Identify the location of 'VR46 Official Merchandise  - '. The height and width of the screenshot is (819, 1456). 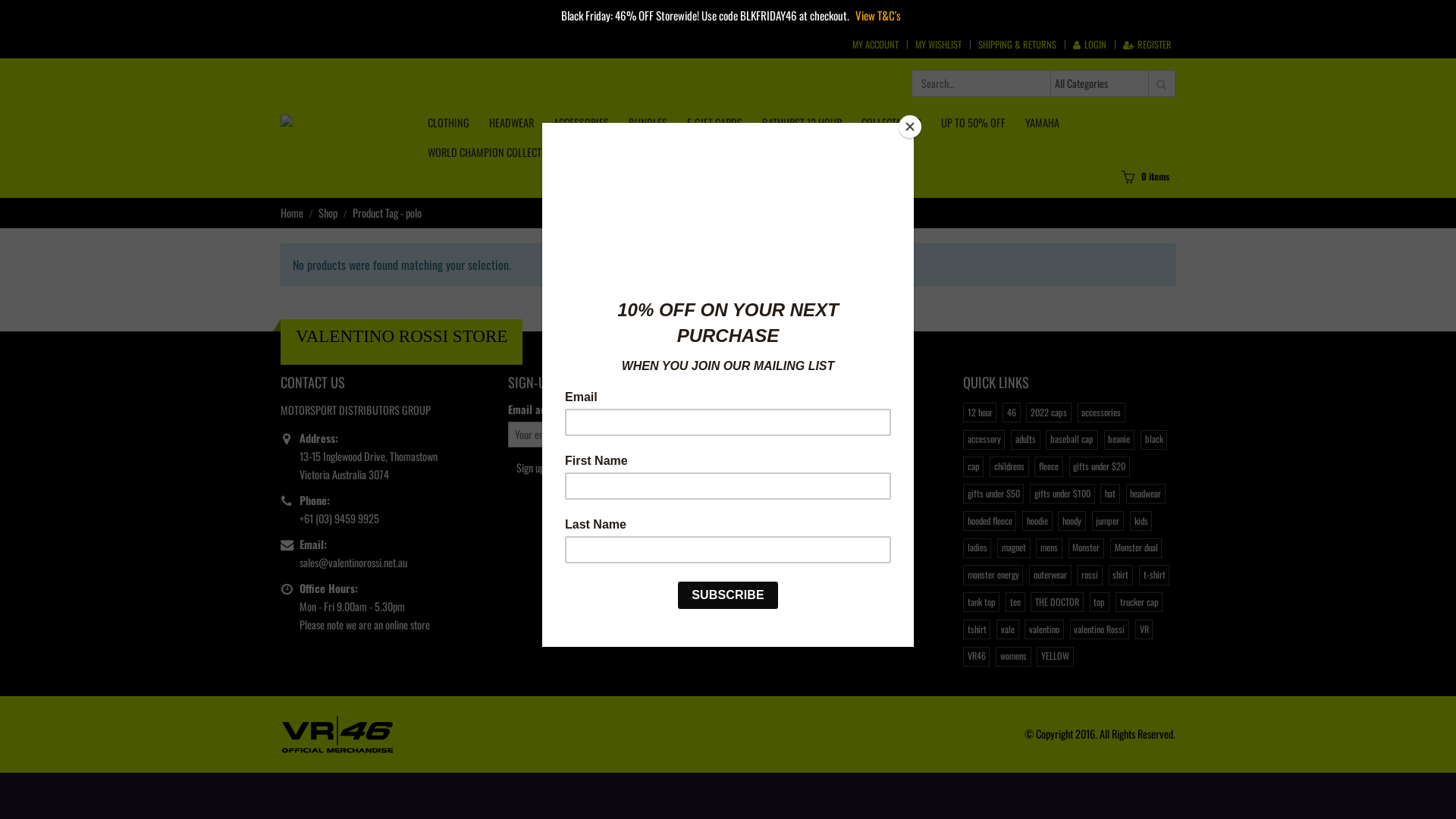
(337, 731).